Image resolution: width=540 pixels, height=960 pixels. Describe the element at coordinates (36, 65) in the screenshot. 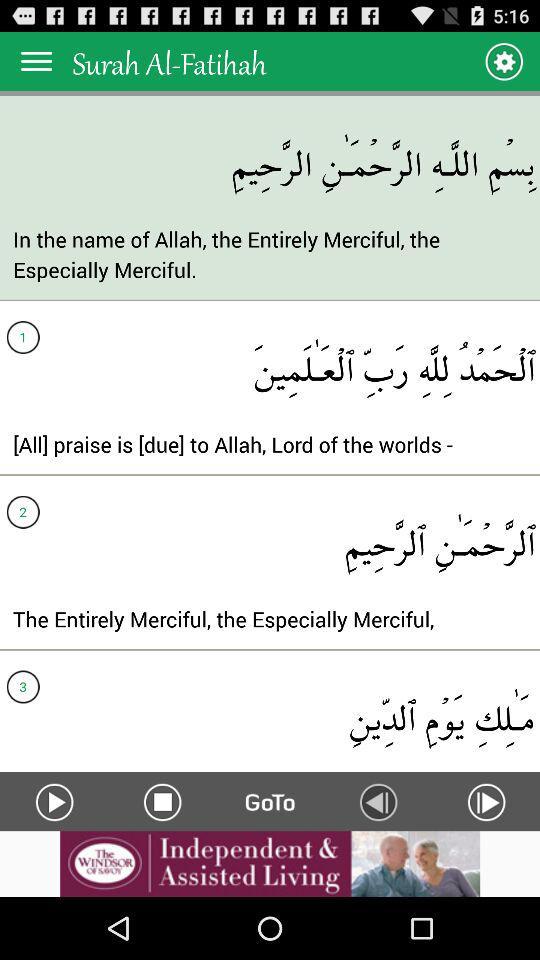

I see `the menu icon` at that location.